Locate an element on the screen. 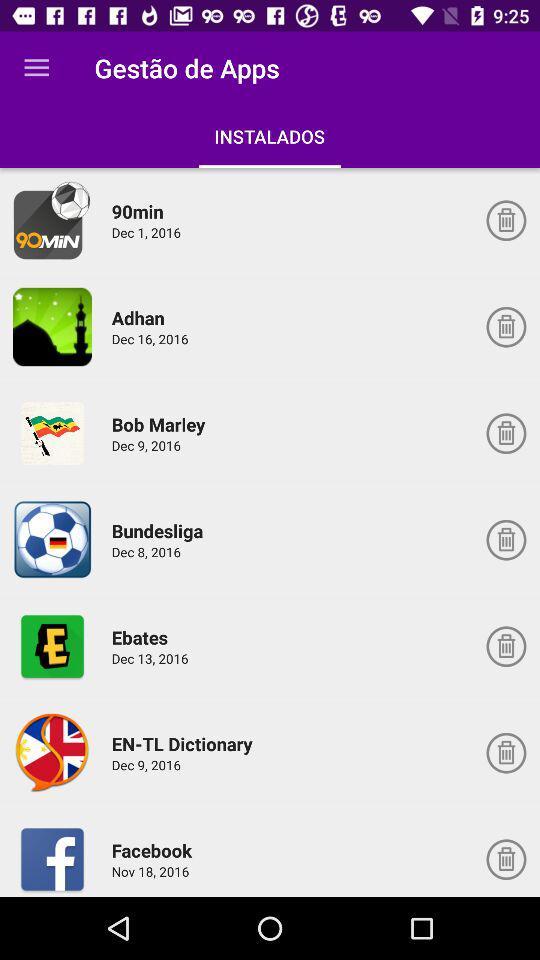 This screenshot has width=540, height=960. uninstall application is located at coordinates (505, 752).